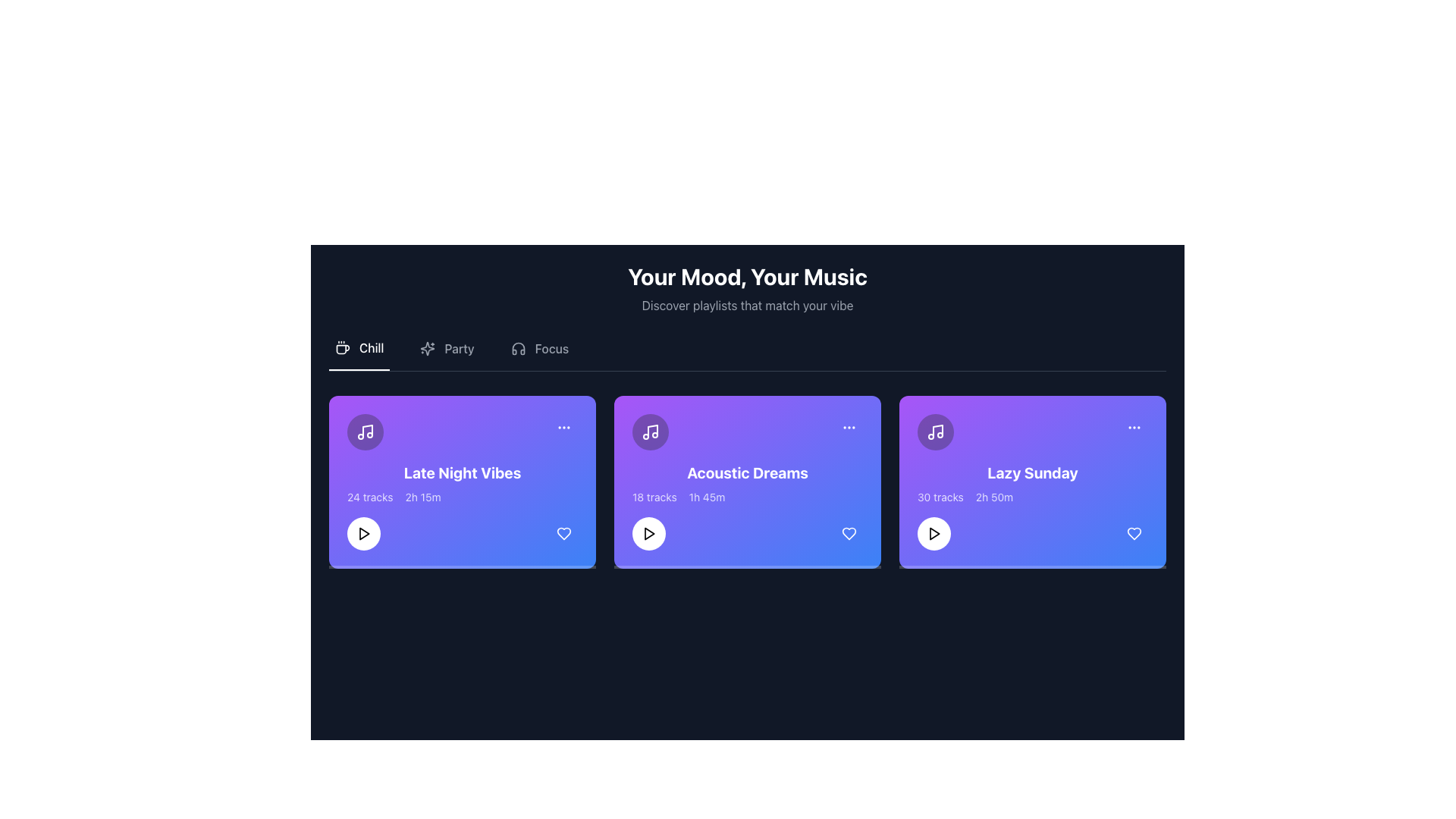  I want to click on the 'Lazy Sunday' card, which is a rectangular card with a gradient background from purple to blue, displaying the text 'Lazy Sunday' in bold white font, so click(1032, 482).